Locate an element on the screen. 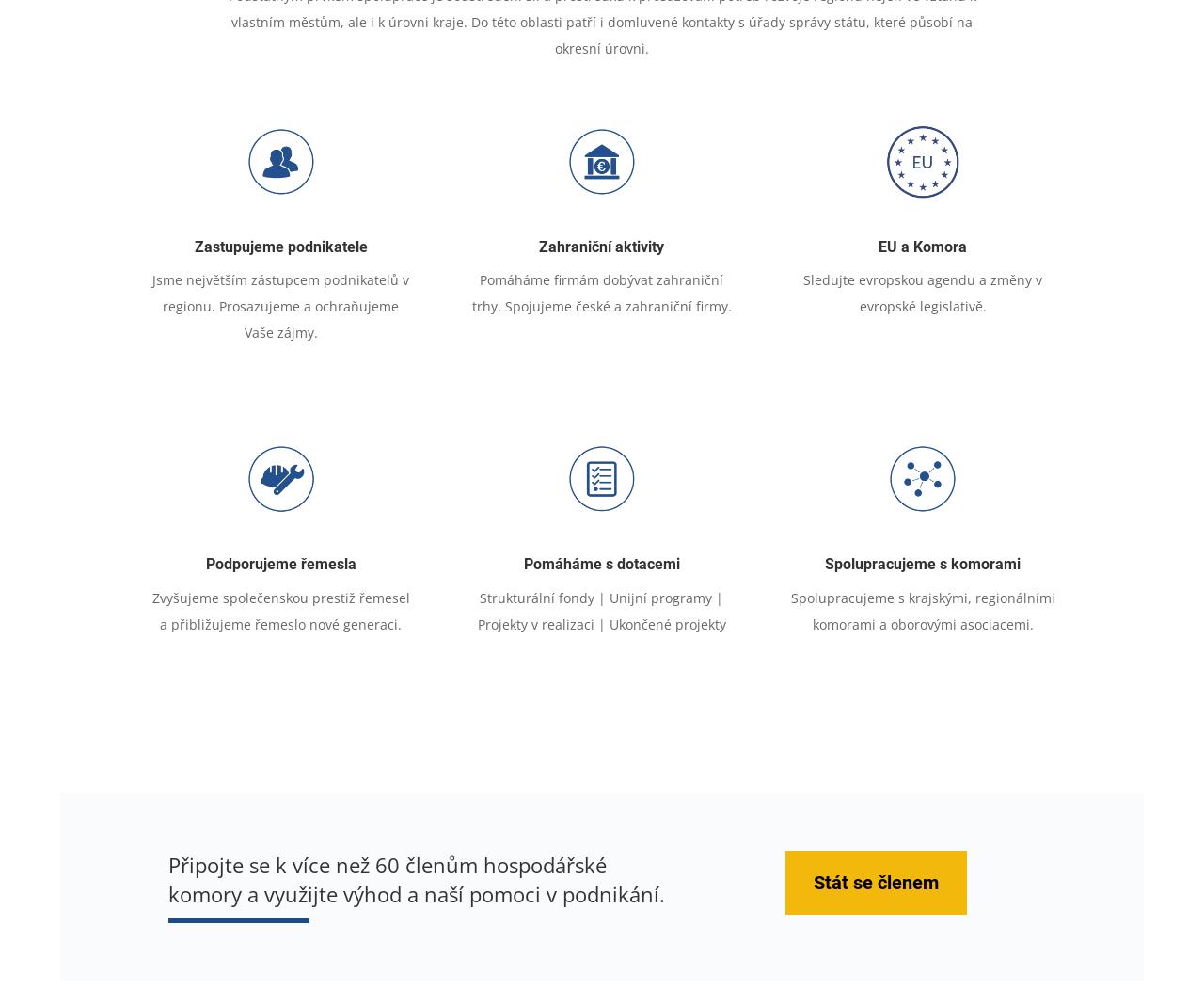  'EU a Komora' is located at coordinates (922, 246).